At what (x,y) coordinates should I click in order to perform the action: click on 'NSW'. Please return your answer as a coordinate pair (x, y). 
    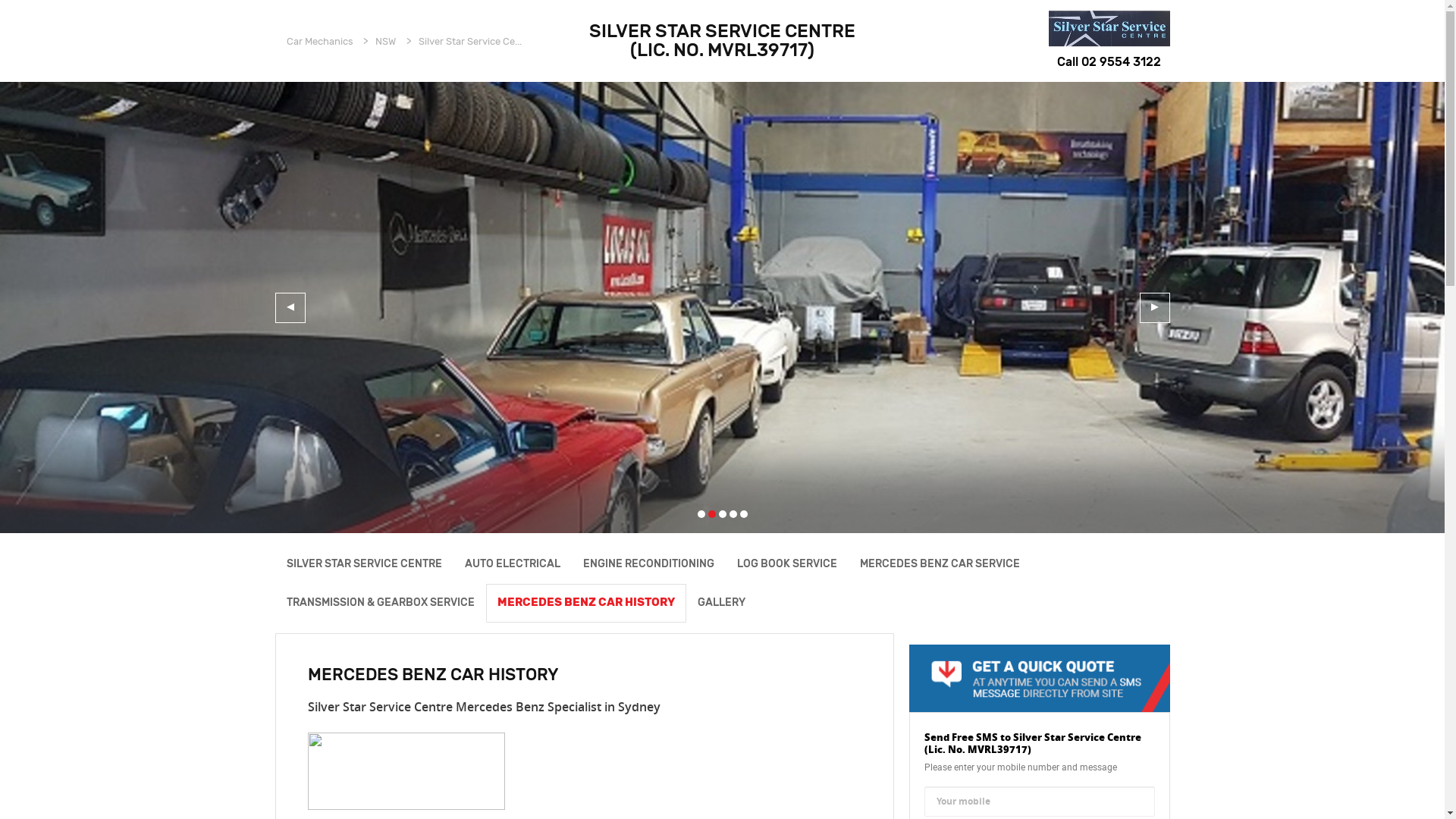
    Looking at the image, I should click on (385, 40).